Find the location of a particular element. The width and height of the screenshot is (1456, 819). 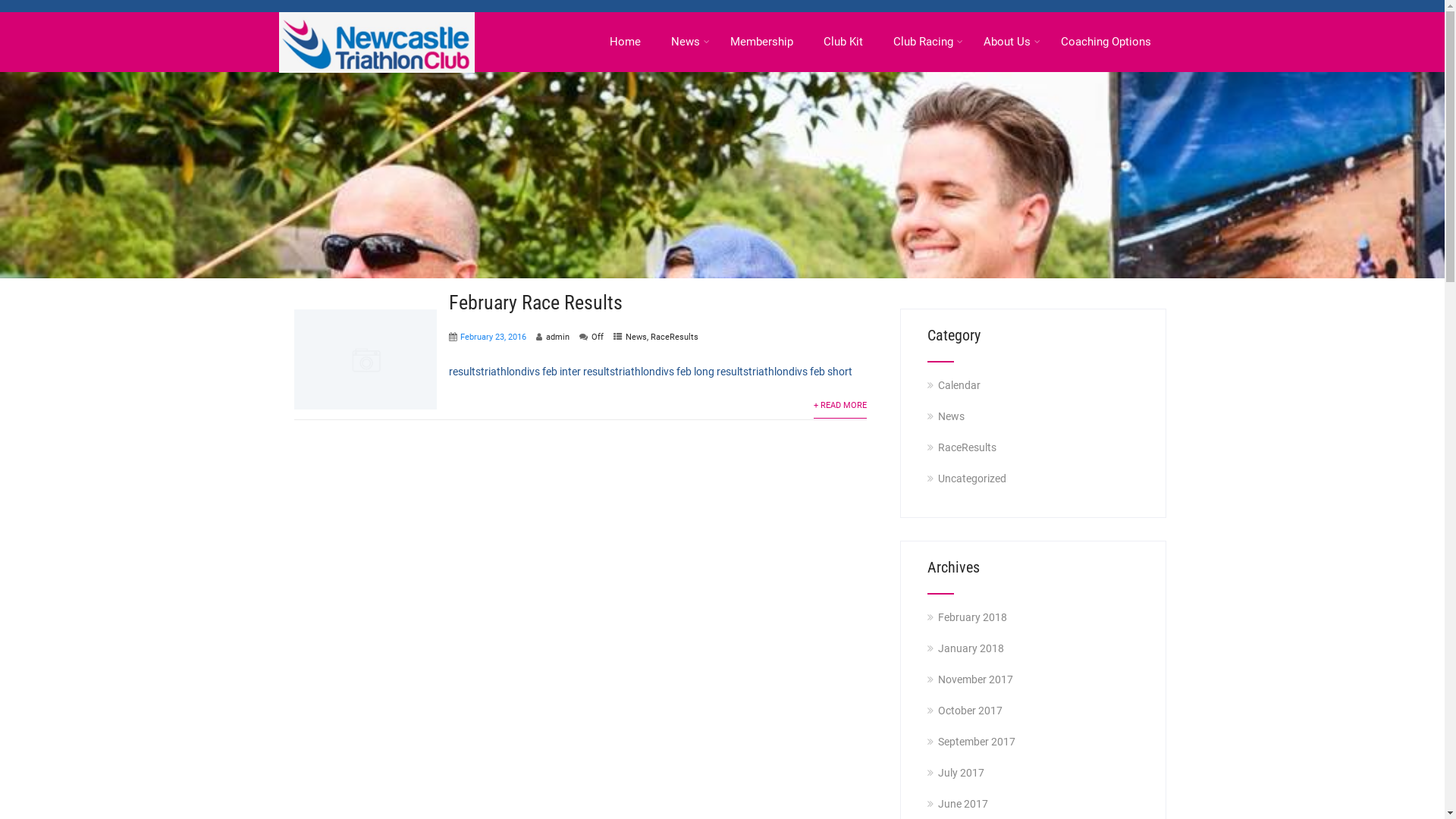

'admin' is located at coordinates (557, 336).